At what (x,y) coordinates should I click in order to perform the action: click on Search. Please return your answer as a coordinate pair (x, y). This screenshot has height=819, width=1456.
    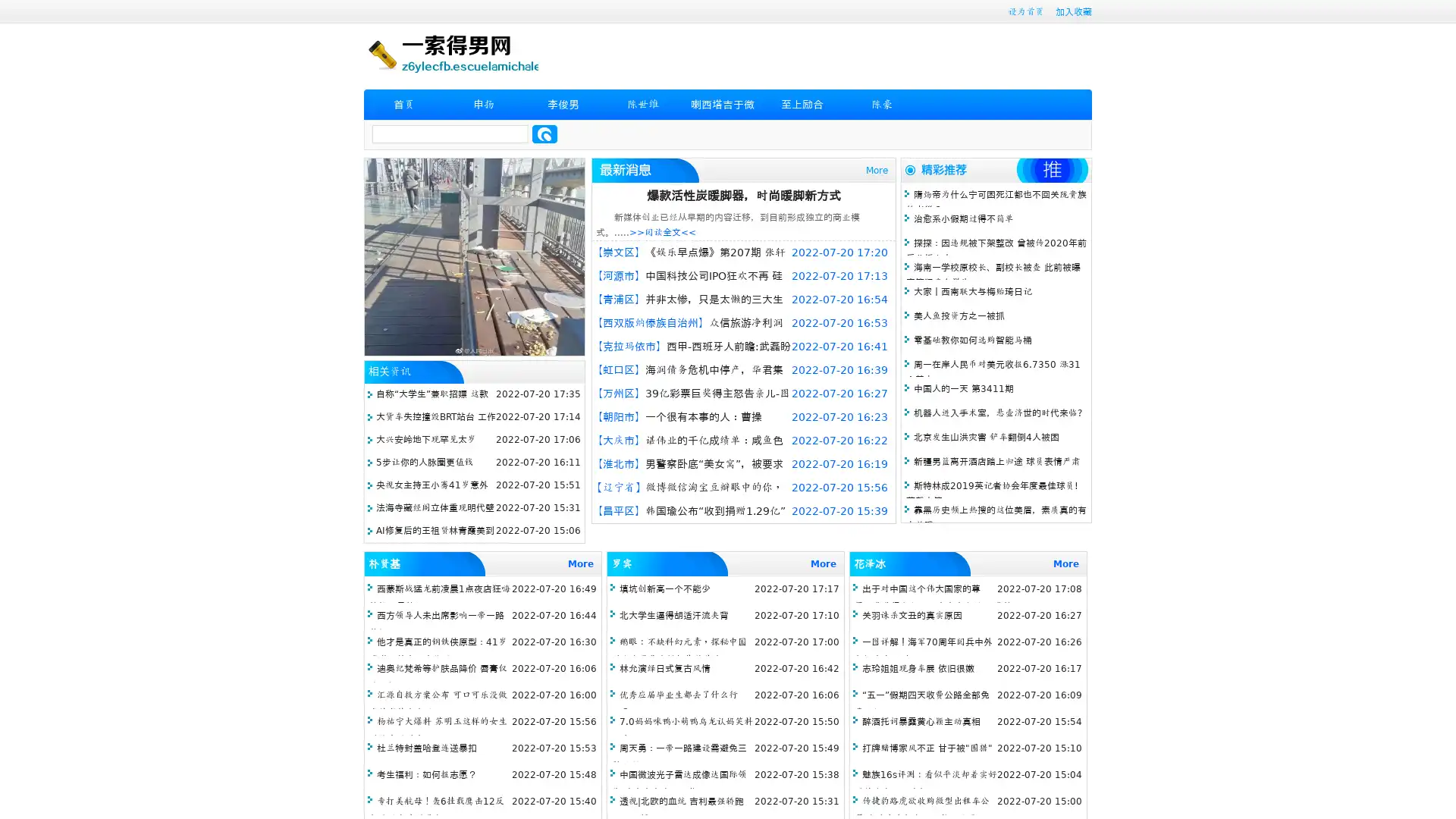
    Looking at the image, I should click on (544, 133).